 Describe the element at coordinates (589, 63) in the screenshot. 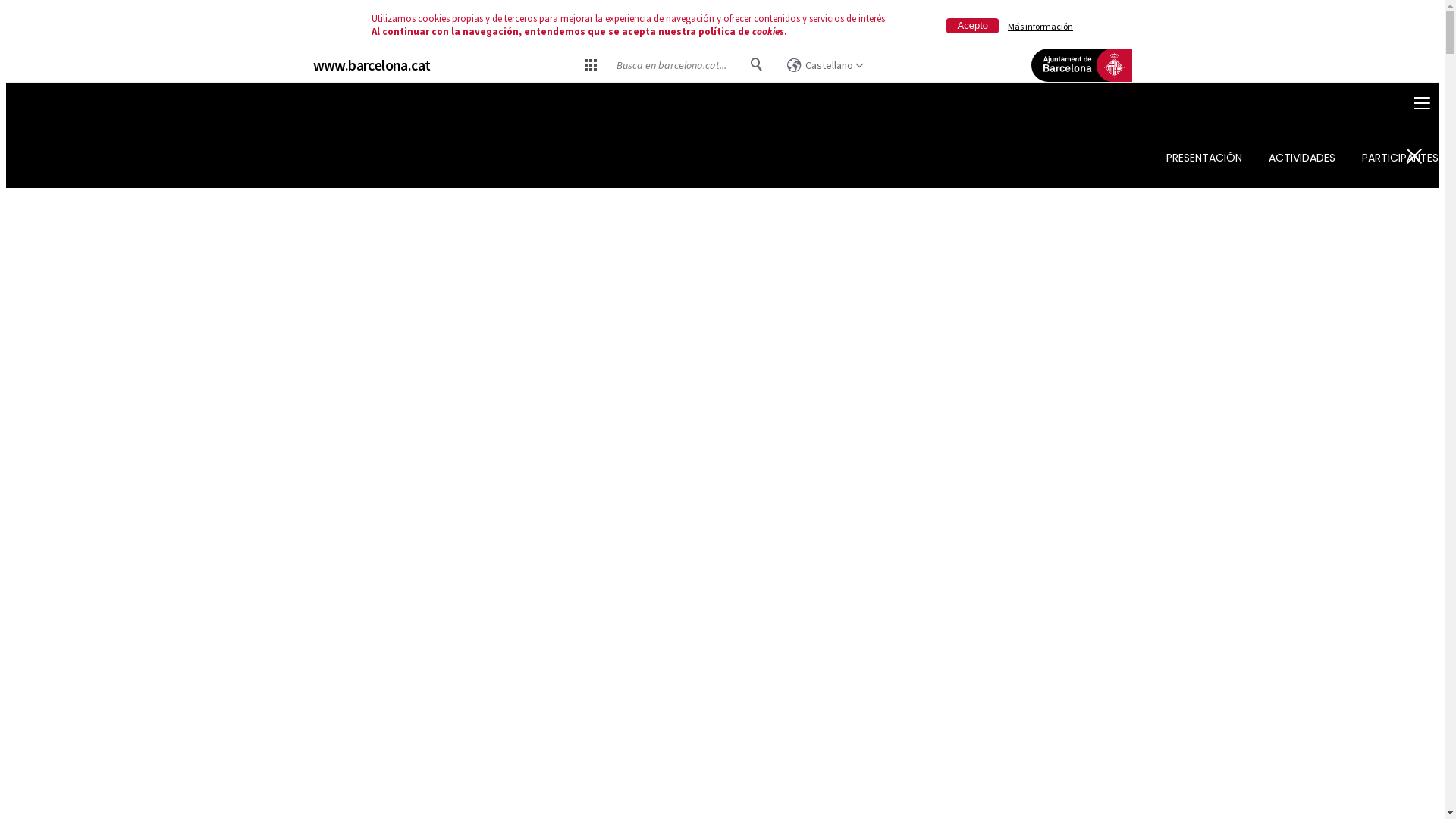

I see `'Atajos de barcelona.cat'` at that location.